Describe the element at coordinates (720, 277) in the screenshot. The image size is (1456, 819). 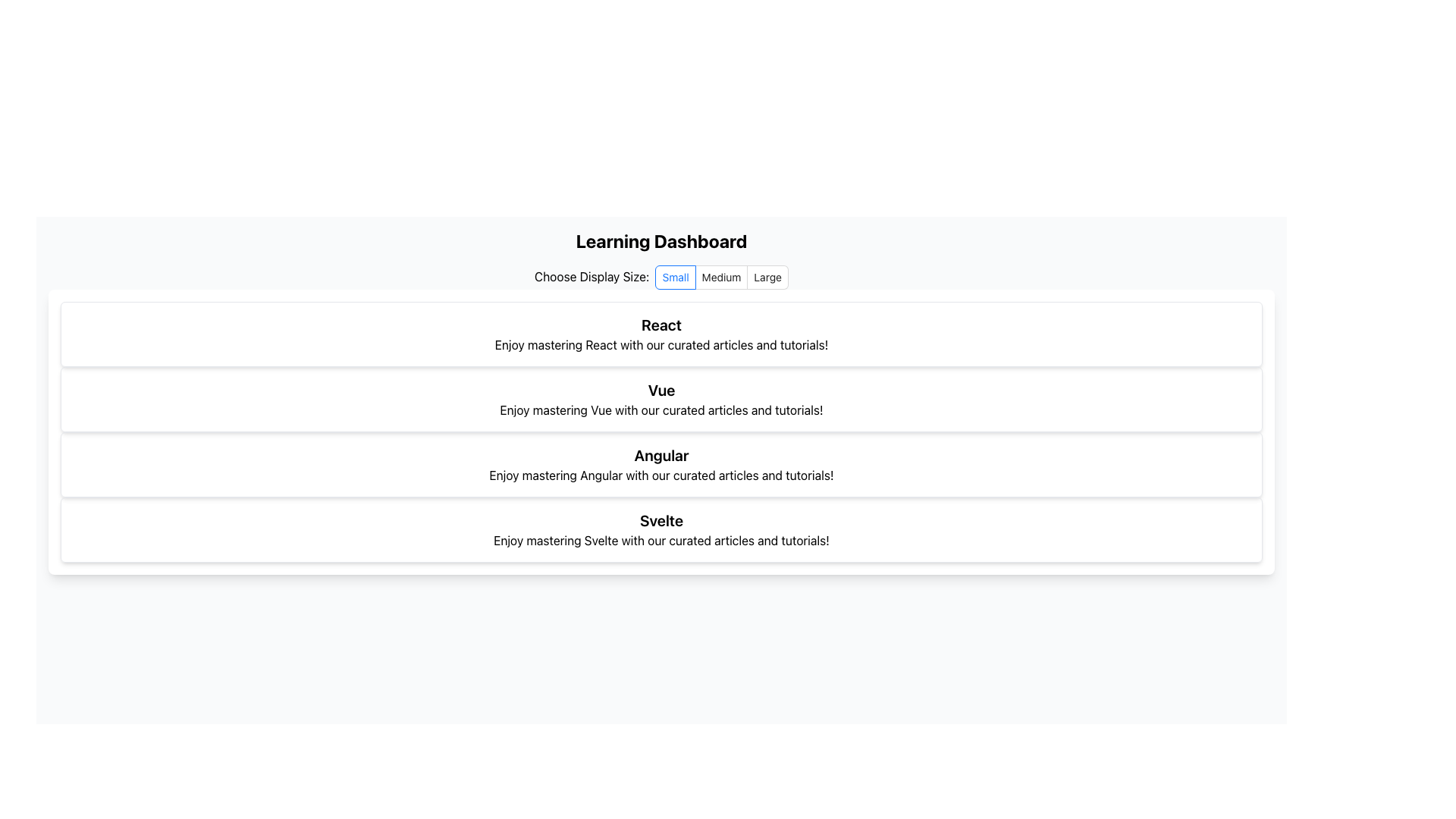
I see `the 'Medium' radio button label, which is part of the 'Choose Display Size' option group` at that location.